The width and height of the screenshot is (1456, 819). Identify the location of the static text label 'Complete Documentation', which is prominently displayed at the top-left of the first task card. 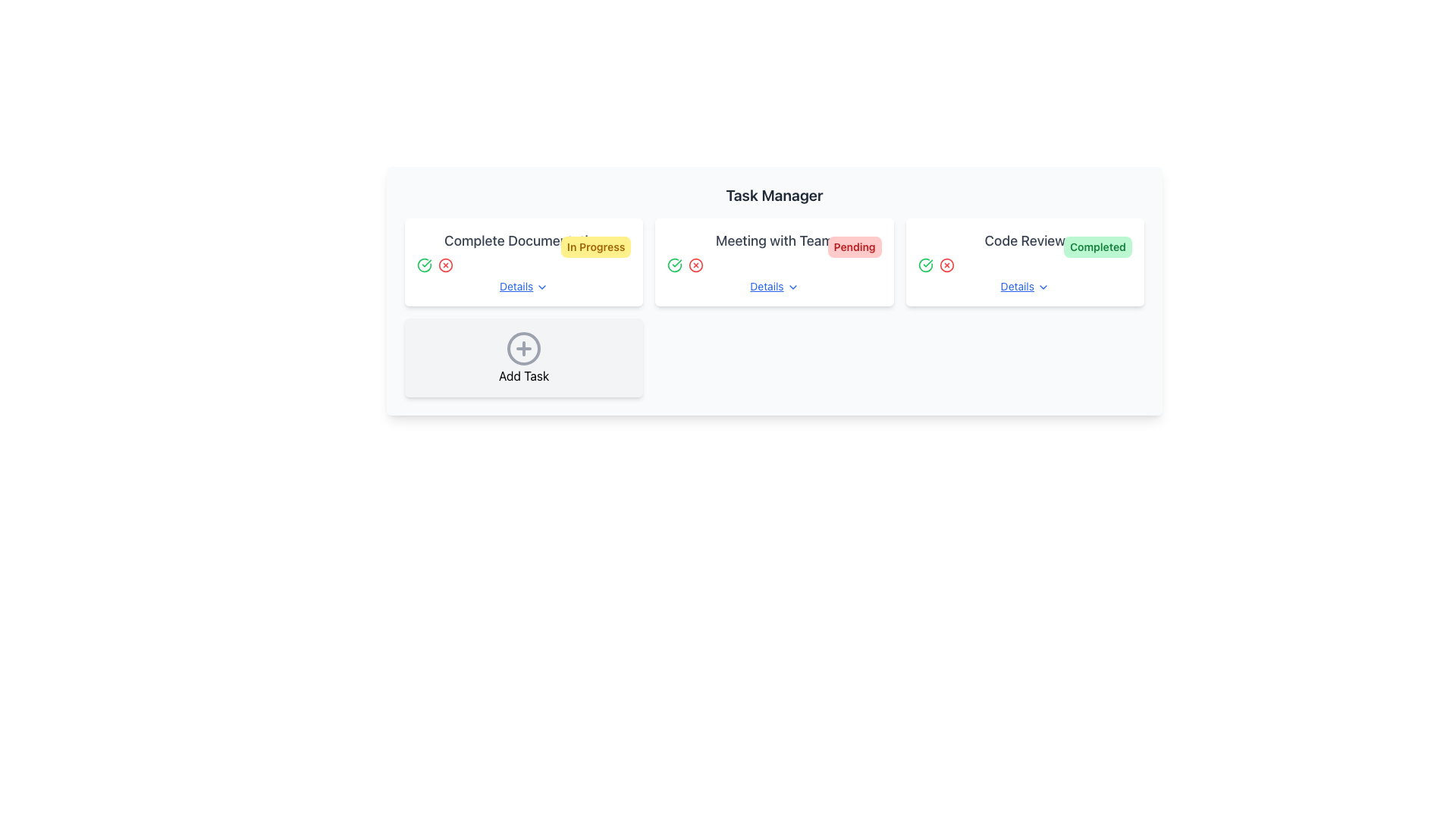
(524, 240).